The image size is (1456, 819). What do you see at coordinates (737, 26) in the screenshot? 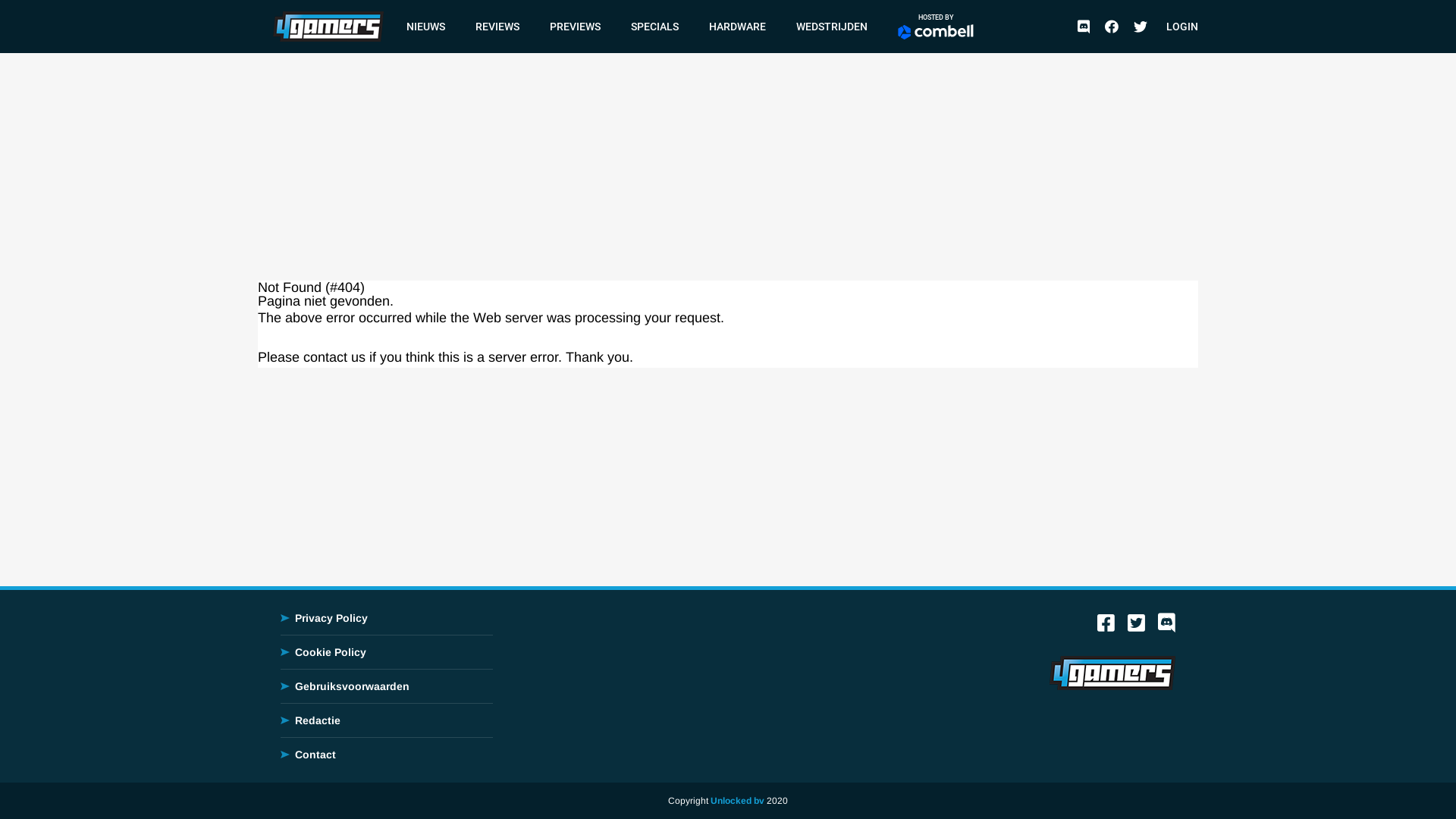
I see `'HARDWARE'` at bounding box center [737, 26].